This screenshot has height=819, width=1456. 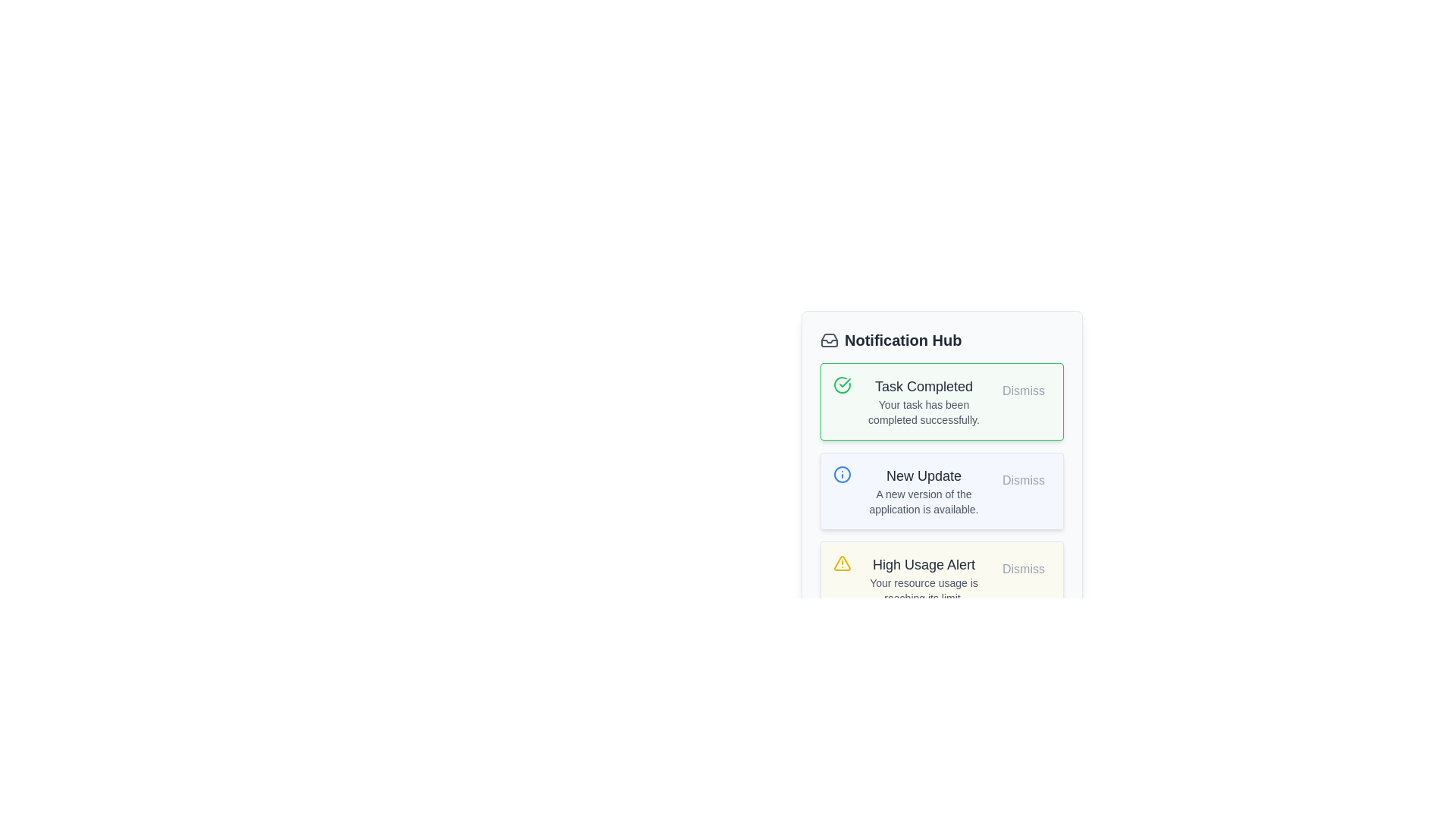 I want to click on the blue circular icon with an outer ring and internal components (a vertical line and a dot) located at the leftmost side of the 'New Update' notification box for informational purposes, so click(x=841, y=473).